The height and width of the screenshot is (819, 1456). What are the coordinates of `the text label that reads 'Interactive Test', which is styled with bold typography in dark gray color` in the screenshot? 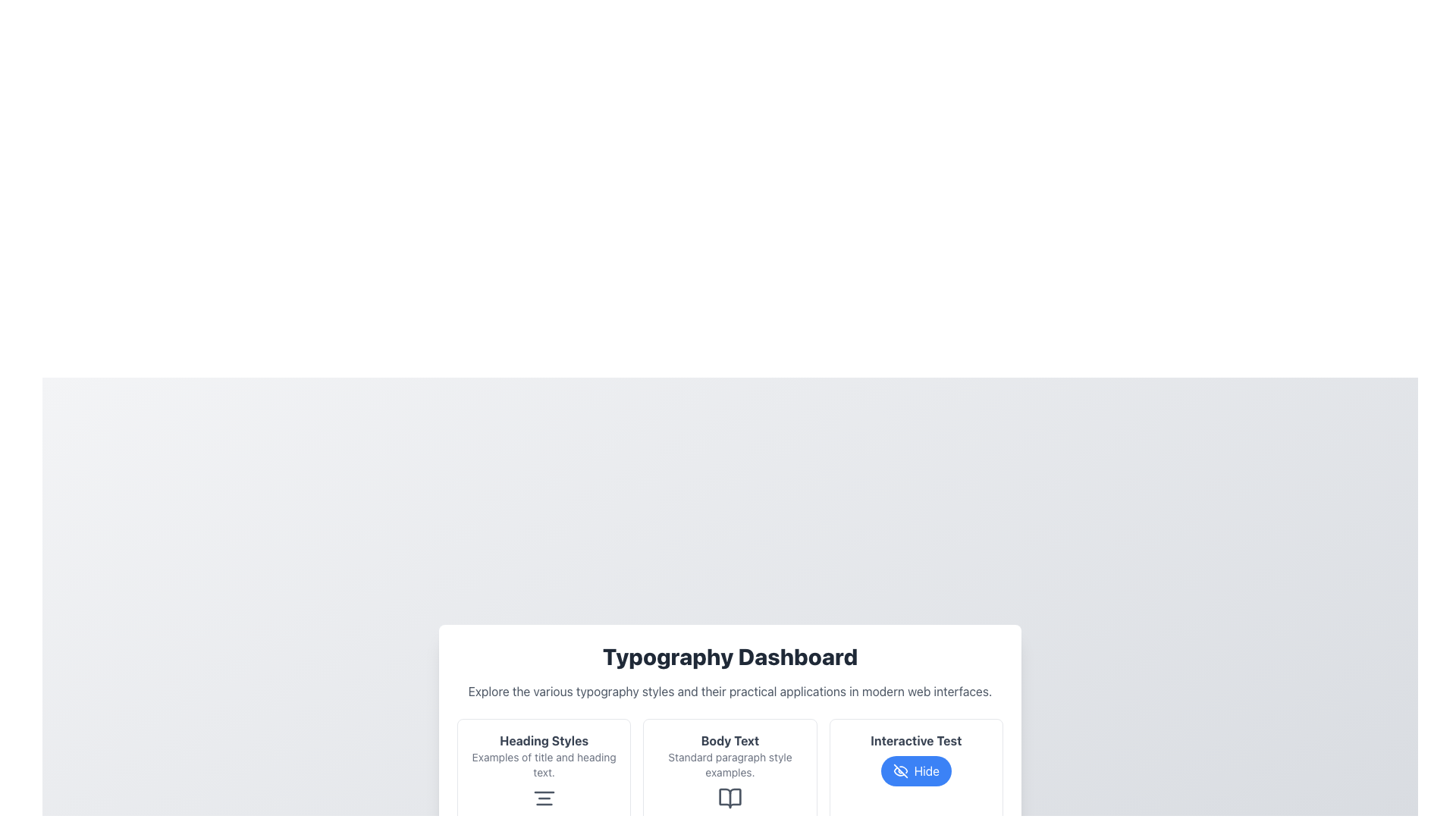 It's located at (915, 739).